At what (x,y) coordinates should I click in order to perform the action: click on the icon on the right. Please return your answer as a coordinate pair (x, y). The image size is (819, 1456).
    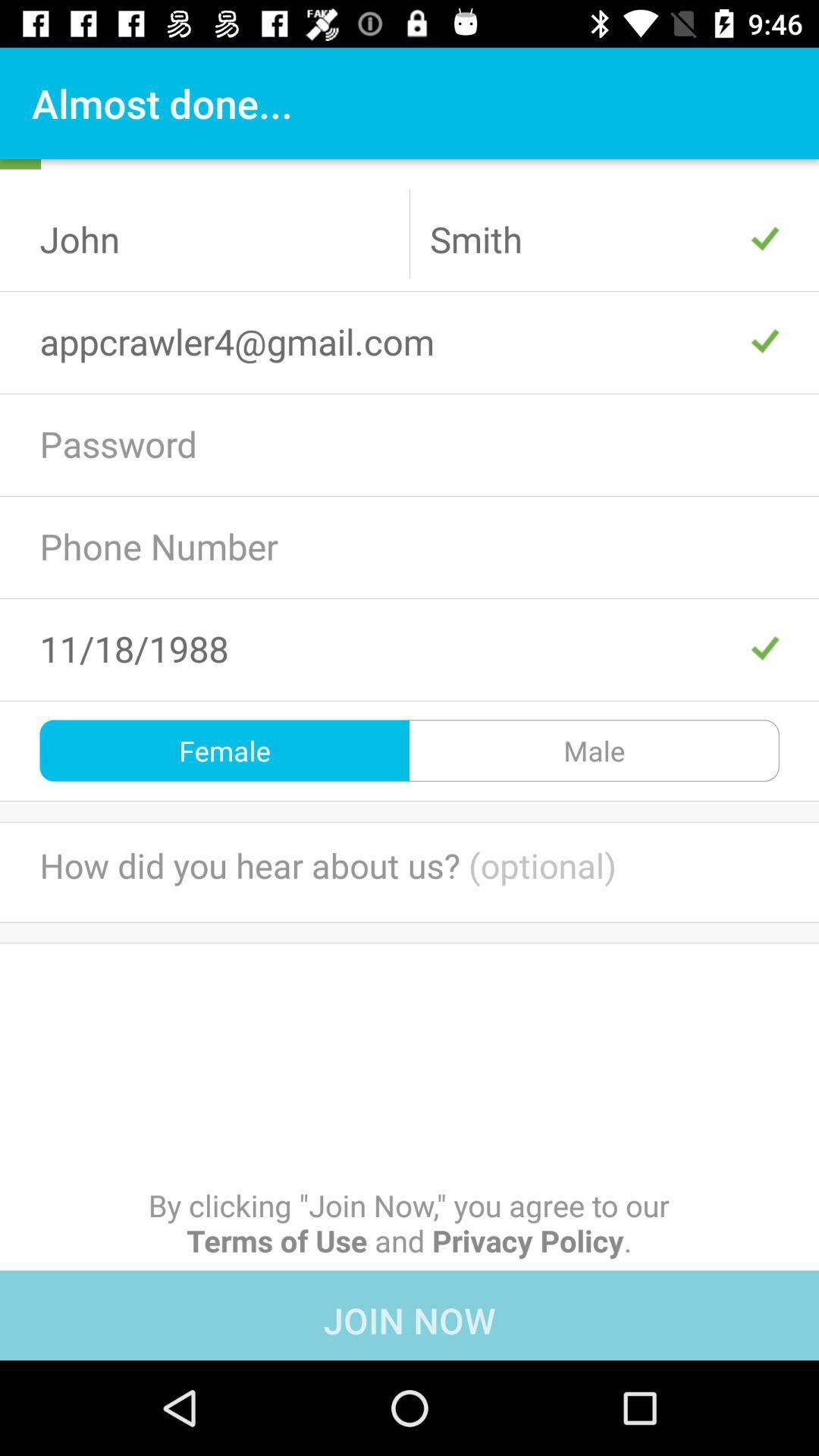
    Looking at the image, I should click on (593, 750).